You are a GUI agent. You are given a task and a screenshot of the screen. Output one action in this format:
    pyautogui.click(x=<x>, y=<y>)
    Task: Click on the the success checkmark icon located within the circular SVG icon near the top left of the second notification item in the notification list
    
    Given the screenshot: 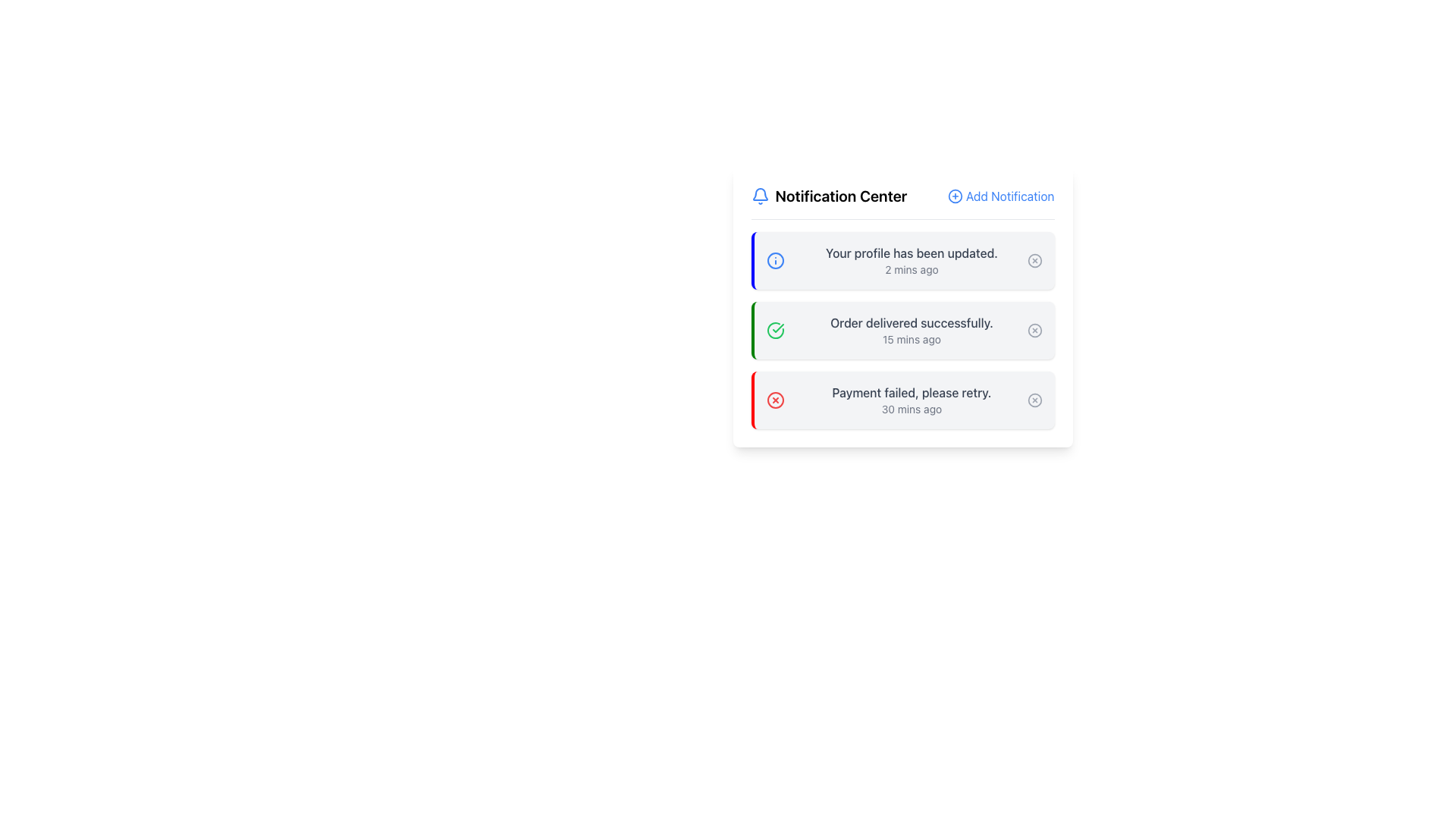 What is the action you would take?
    pyautogui.click(x=778, y=327)
    